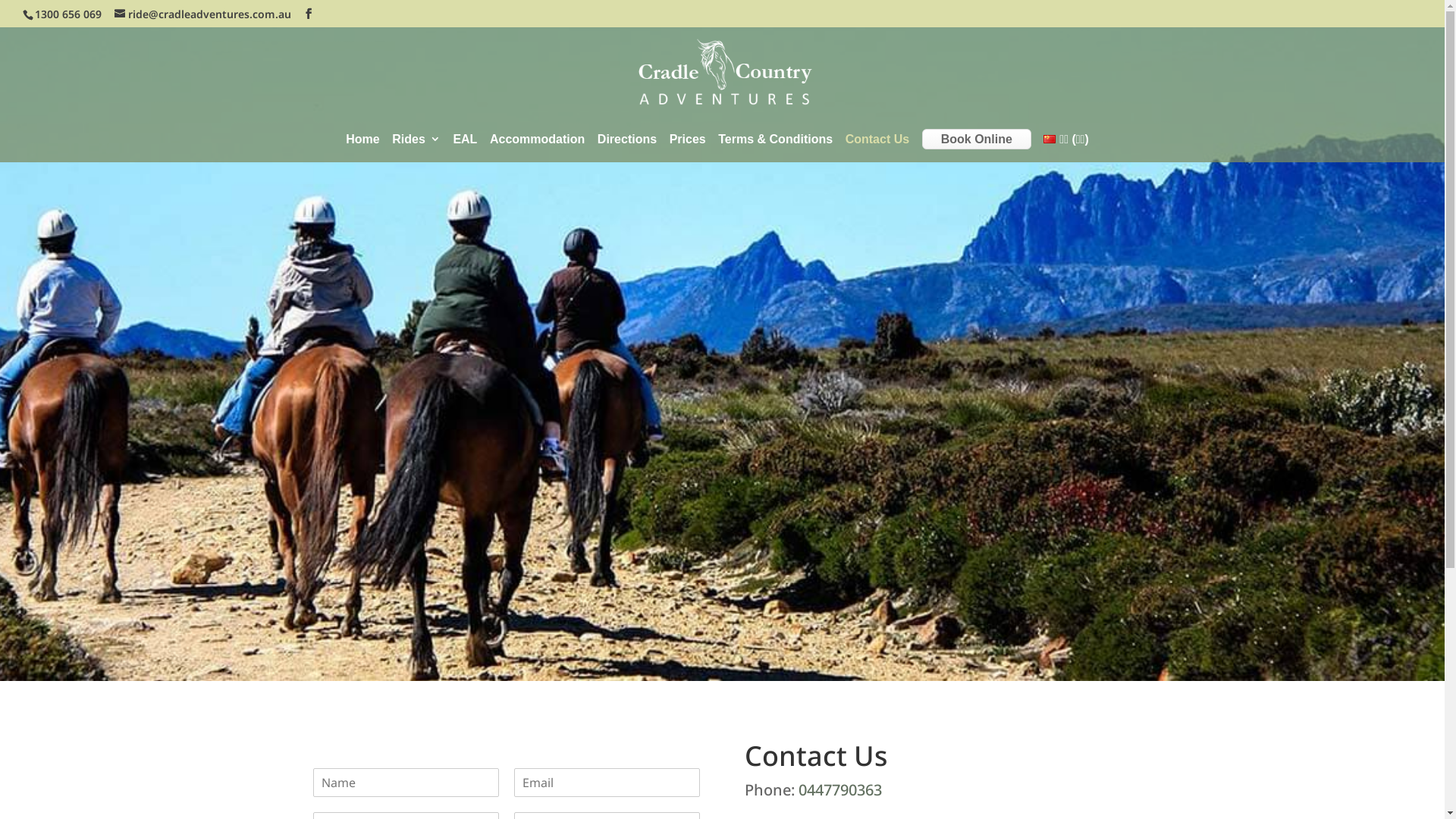 This screenshot has height=819, width=1456. Describe the element at coordinates (877, 148) in the screenshot. I see `'Contact Us'` at that location.